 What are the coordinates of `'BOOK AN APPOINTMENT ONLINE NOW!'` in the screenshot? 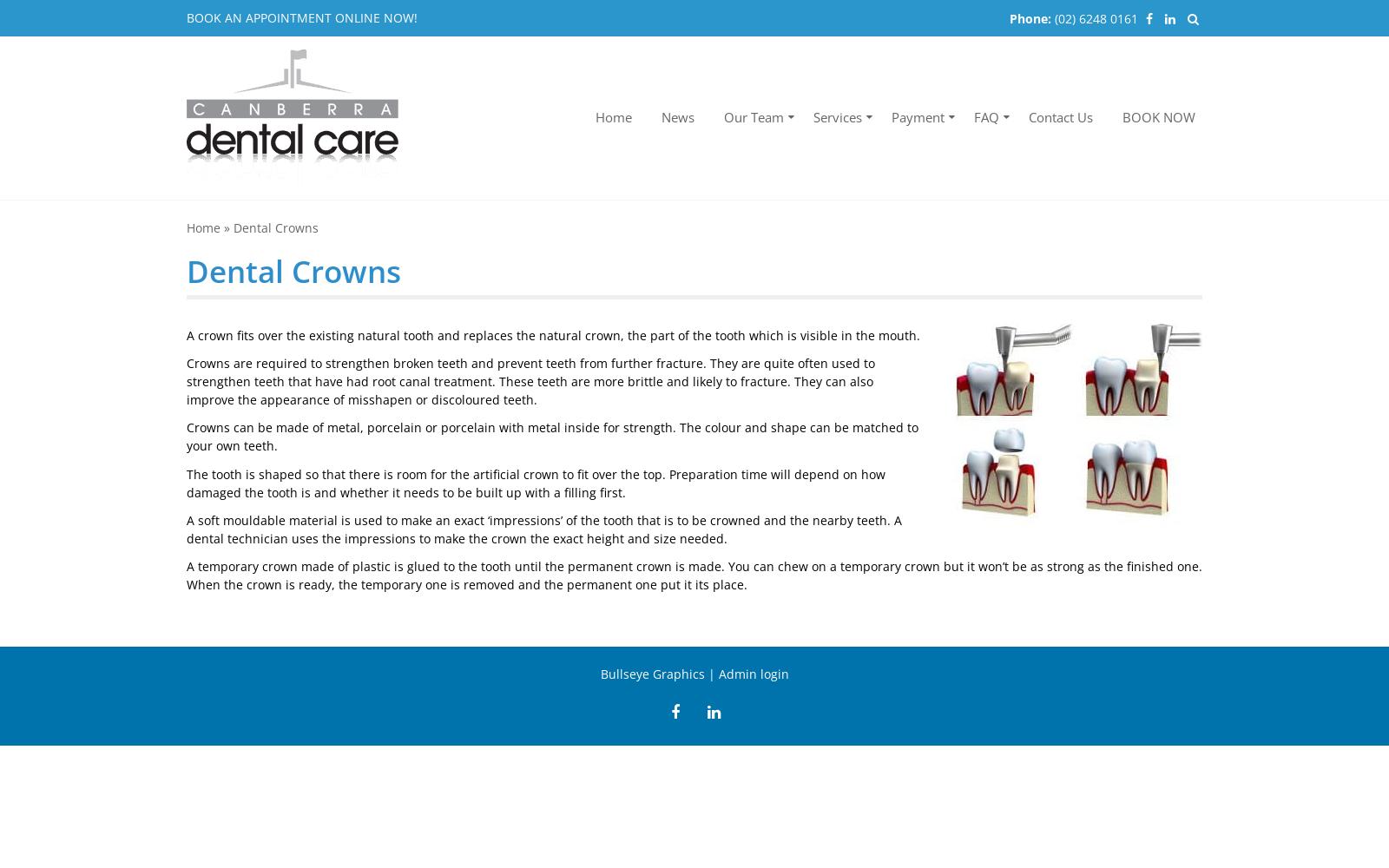 It's located at (302, 17).